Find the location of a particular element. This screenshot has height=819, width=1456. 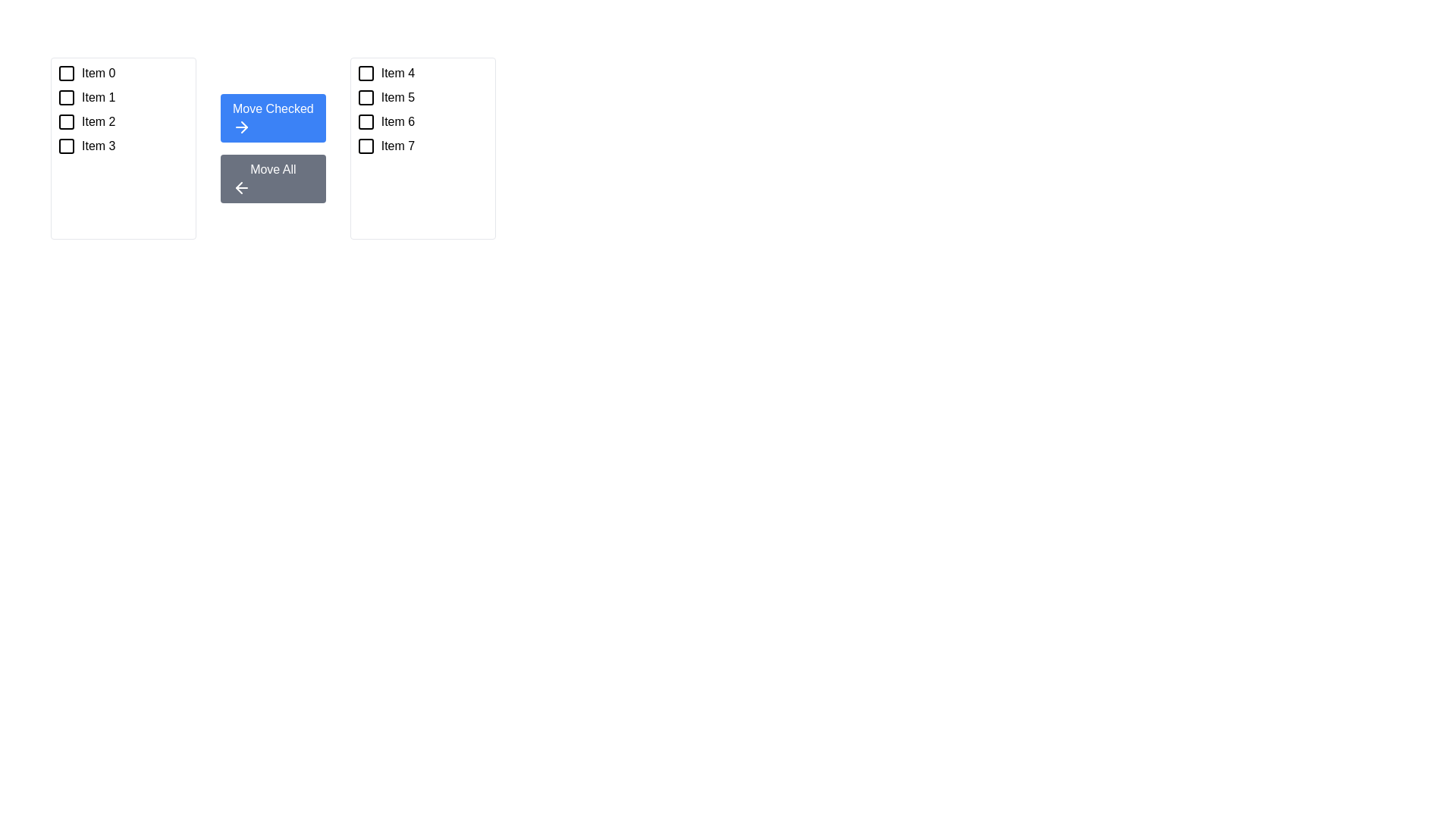

the 'Move Checked' button that contains the right arrow icon is located at coordinates (244, 127).